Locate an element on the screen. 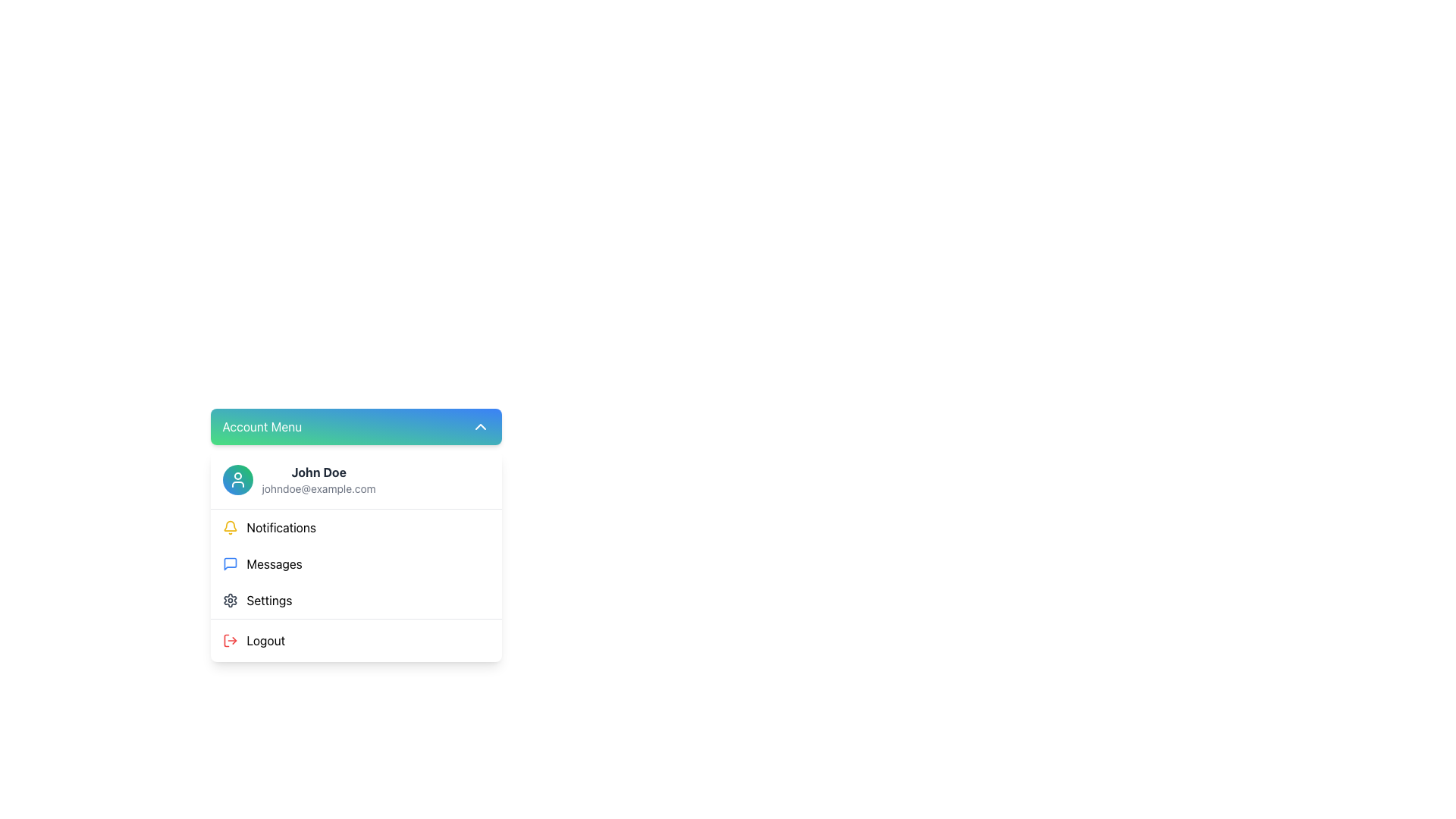 This screenshot has height=819, width=1456. the Profile Avatar icon located in the top-left corner next to the user information is located at coordinates (237, 479).